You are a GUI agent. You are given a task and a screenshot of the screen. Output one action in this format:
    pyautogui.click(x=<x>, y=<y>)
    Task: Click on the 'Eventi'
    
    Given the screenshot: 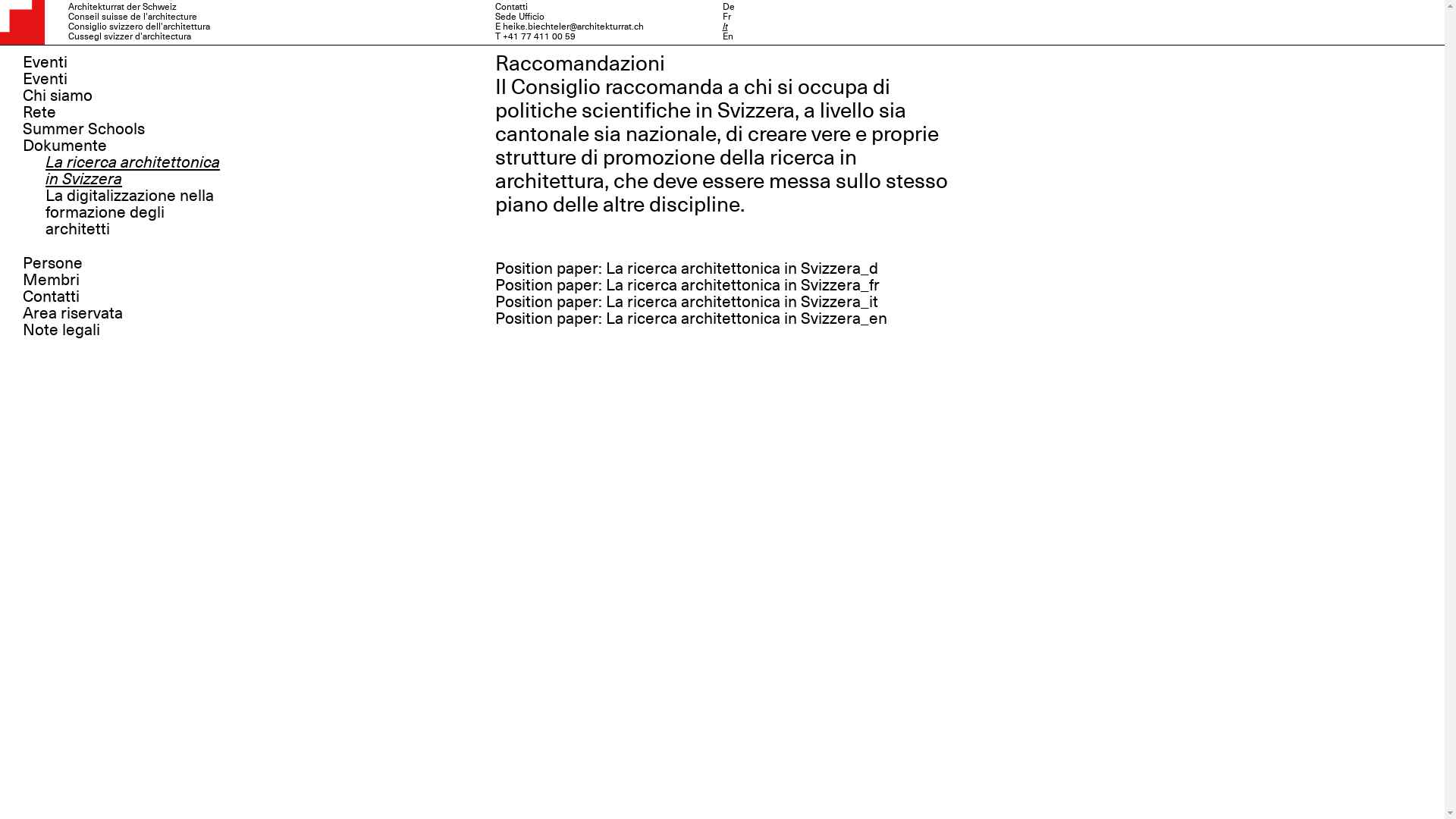 What is the action you would take?
    pyautogui.click(x=45, y=79)
    